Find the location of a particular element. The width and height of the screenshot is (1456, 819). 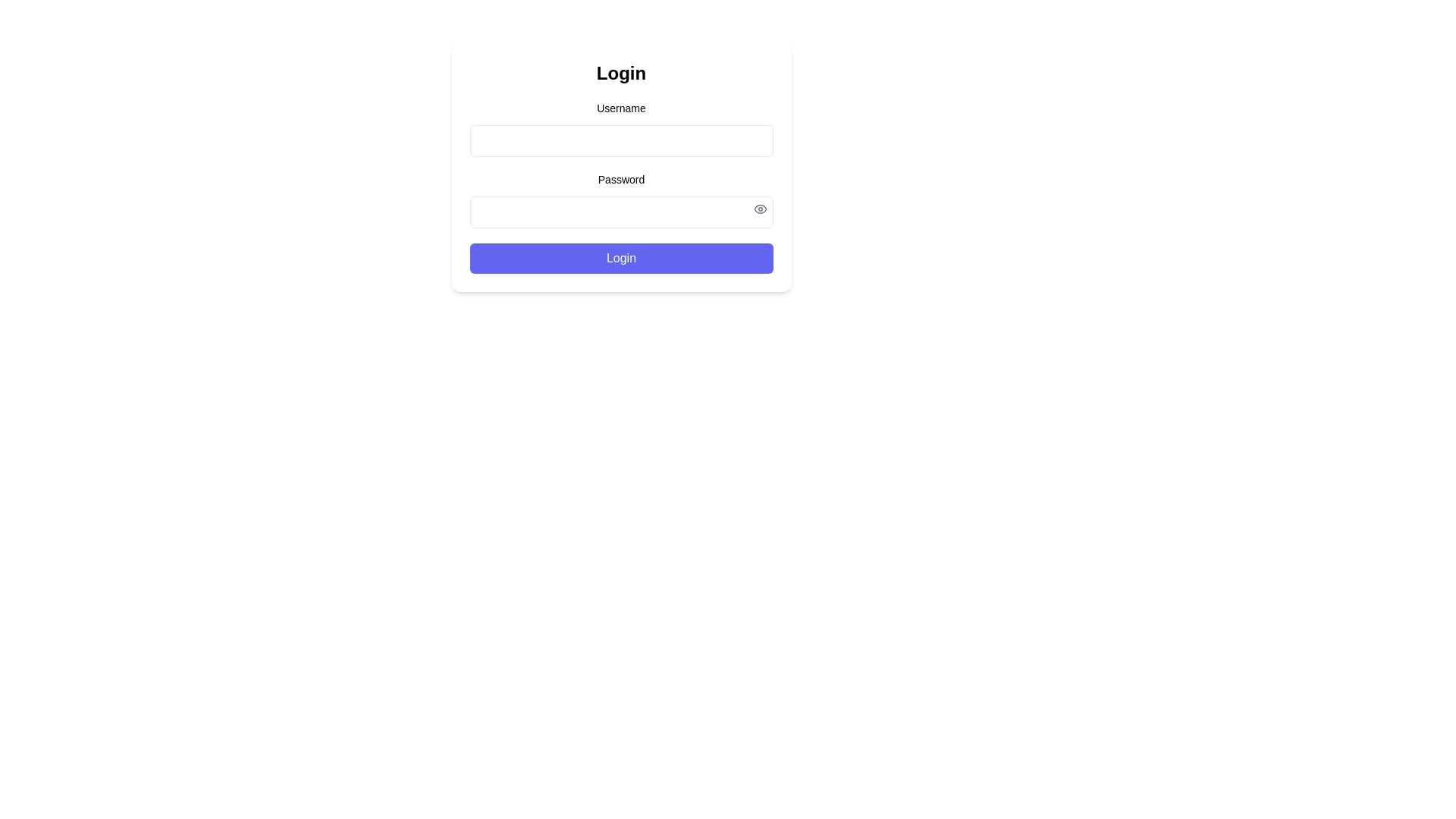

the toggle visibility button located at the top-right corner of the password field is located at coordinates (760, 209).